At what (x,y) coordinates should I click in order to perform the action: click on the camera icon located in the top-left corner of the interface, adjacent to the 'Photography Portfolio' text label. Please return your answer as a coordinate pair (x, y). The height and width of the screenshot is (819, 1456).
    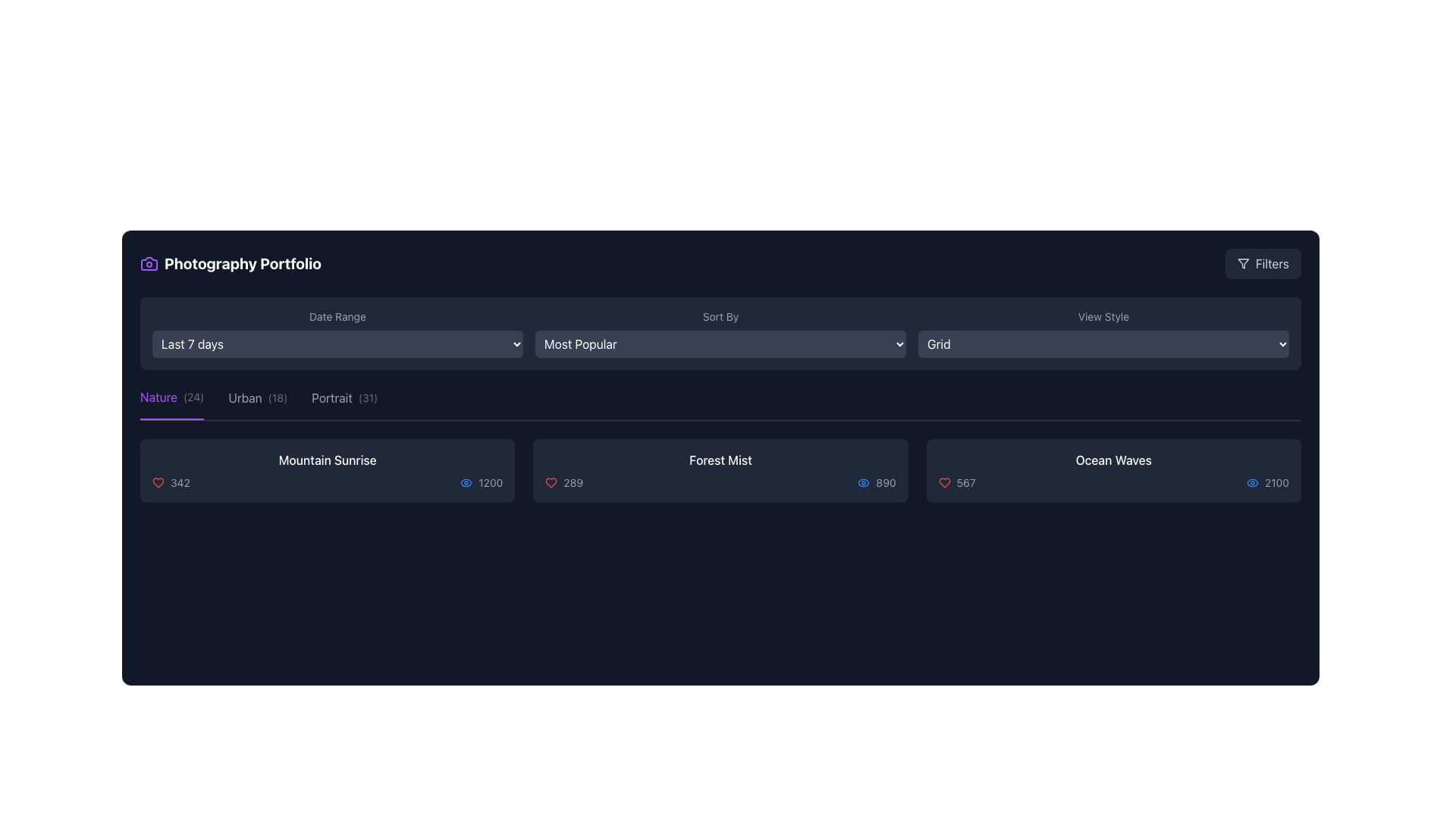
    Looking at the image, I should click on (149, 262).